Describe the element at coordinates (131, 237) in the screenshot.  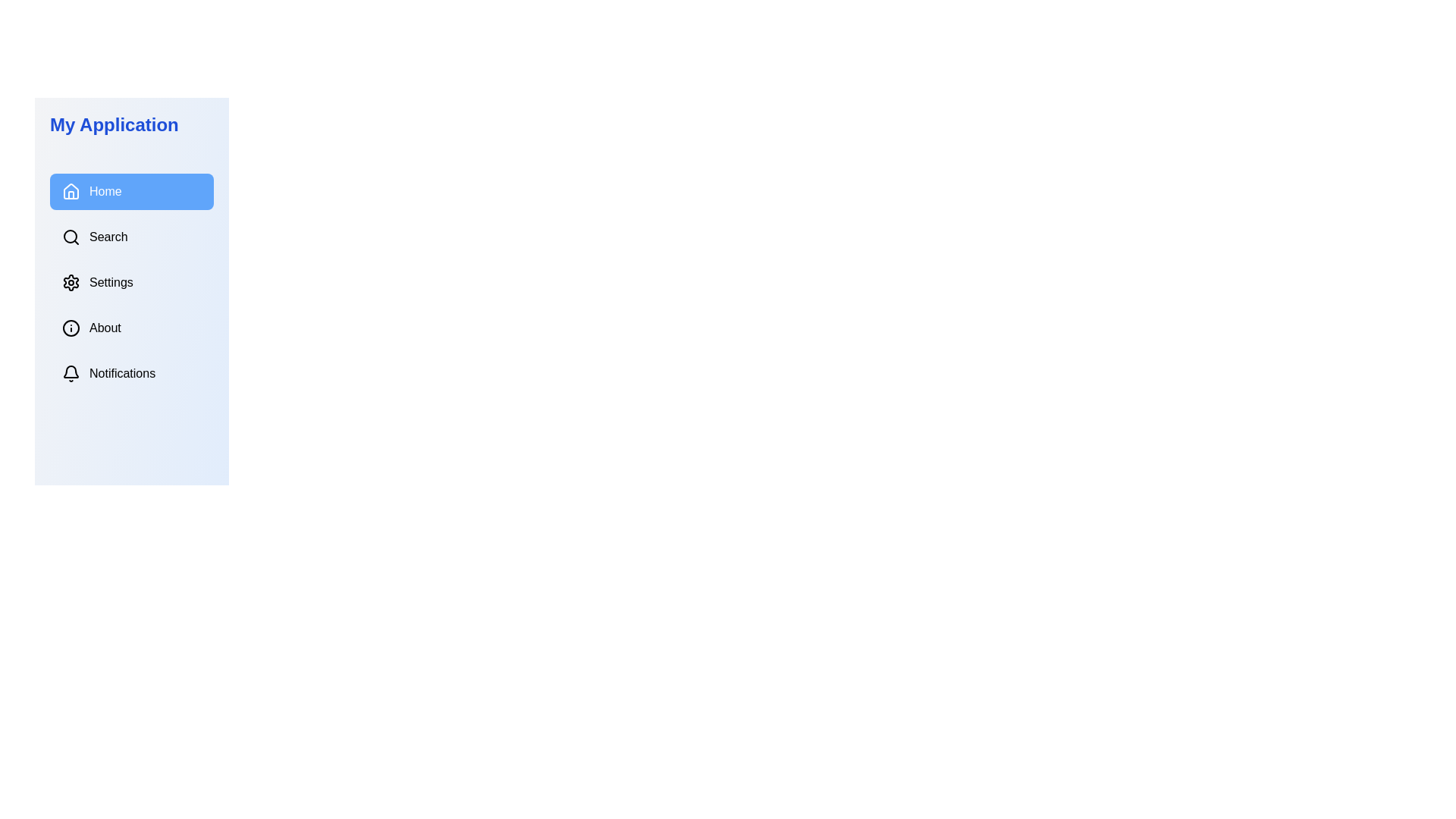
I see `the 'Search' button located in the left navigation menu, positioned between the 'Home' and 'Settings' buttons` at that location.